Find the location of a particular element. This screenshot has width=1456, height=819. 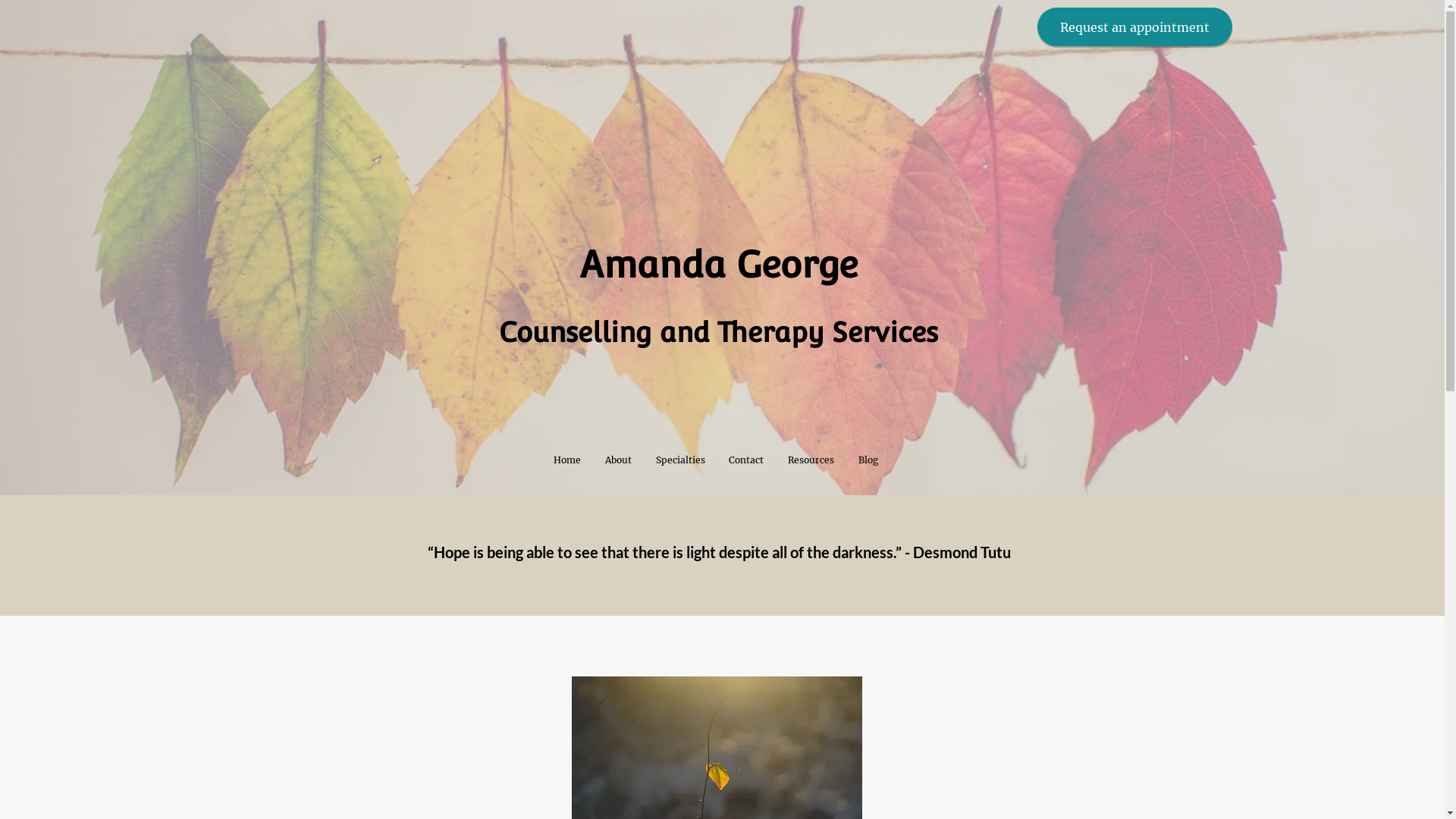

'Blog' is located at coordinates (868, 459).